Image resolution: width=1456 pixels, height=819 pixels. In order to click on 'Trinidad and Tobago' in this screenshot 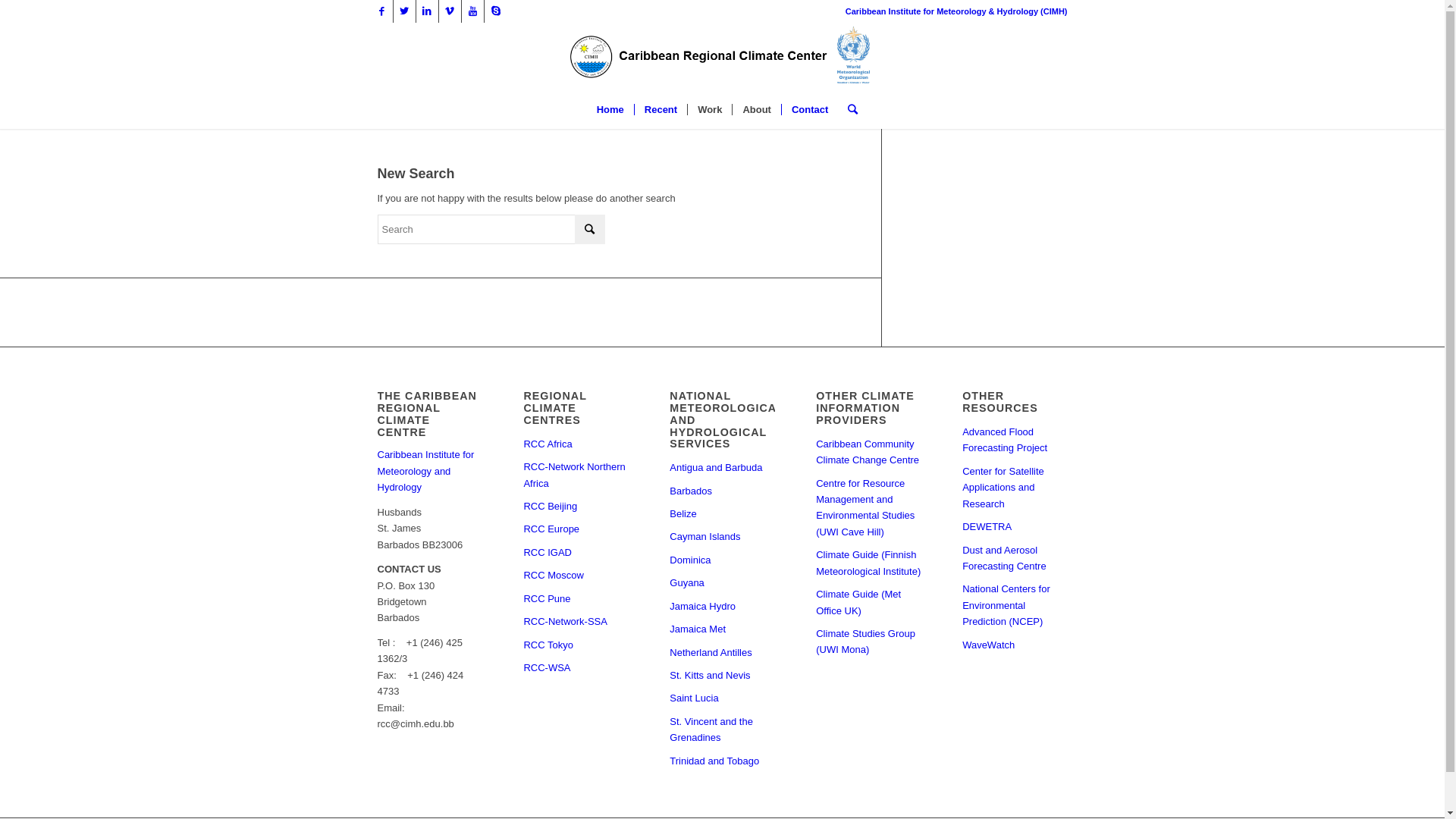, I will do `click(720, 761)`.